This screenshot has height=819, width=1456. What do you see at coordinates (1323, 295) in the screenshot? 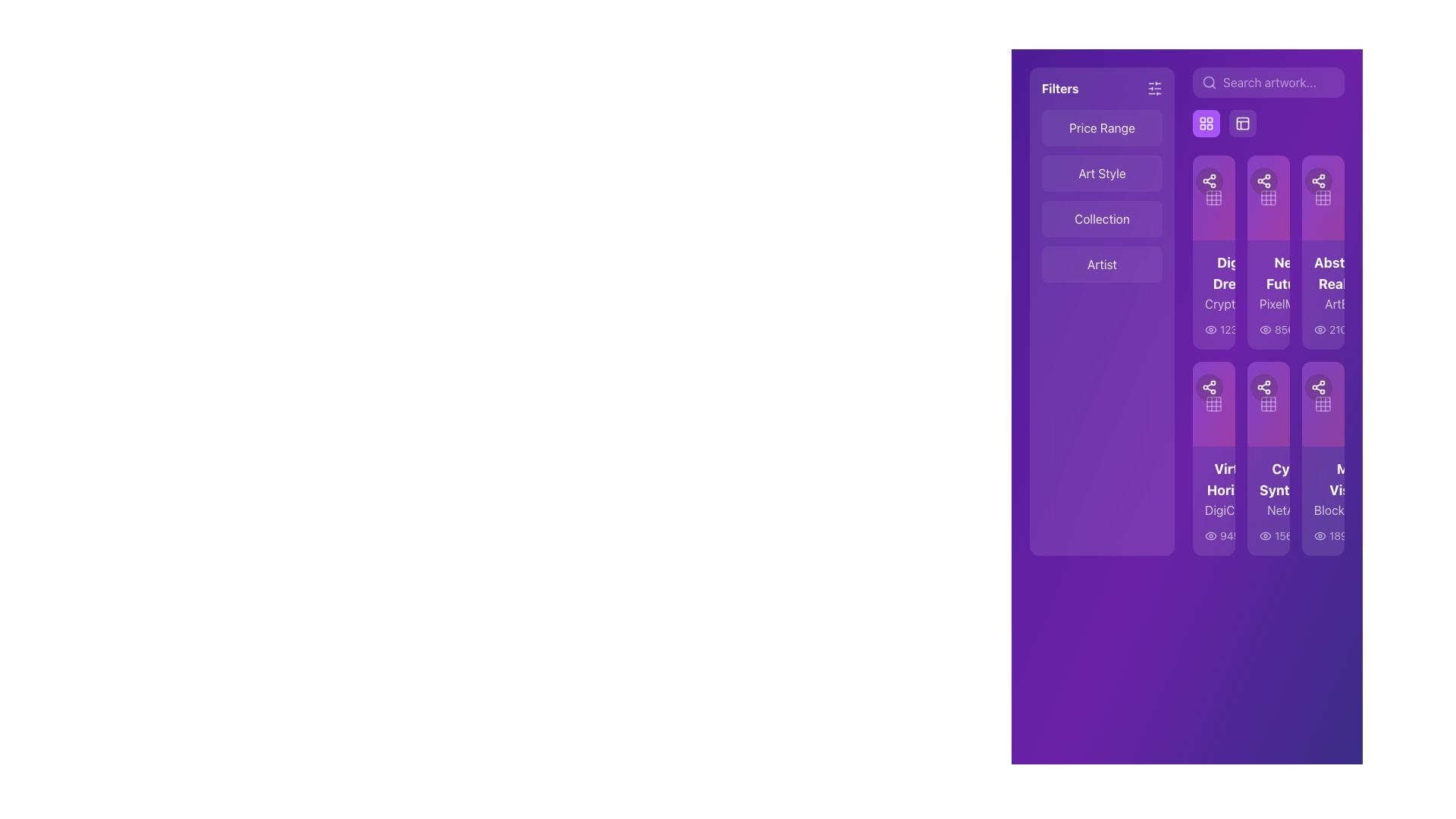
I see `the third card titled 'Abstract Realms' in a vertical list` at bounding box center [1323, 295].